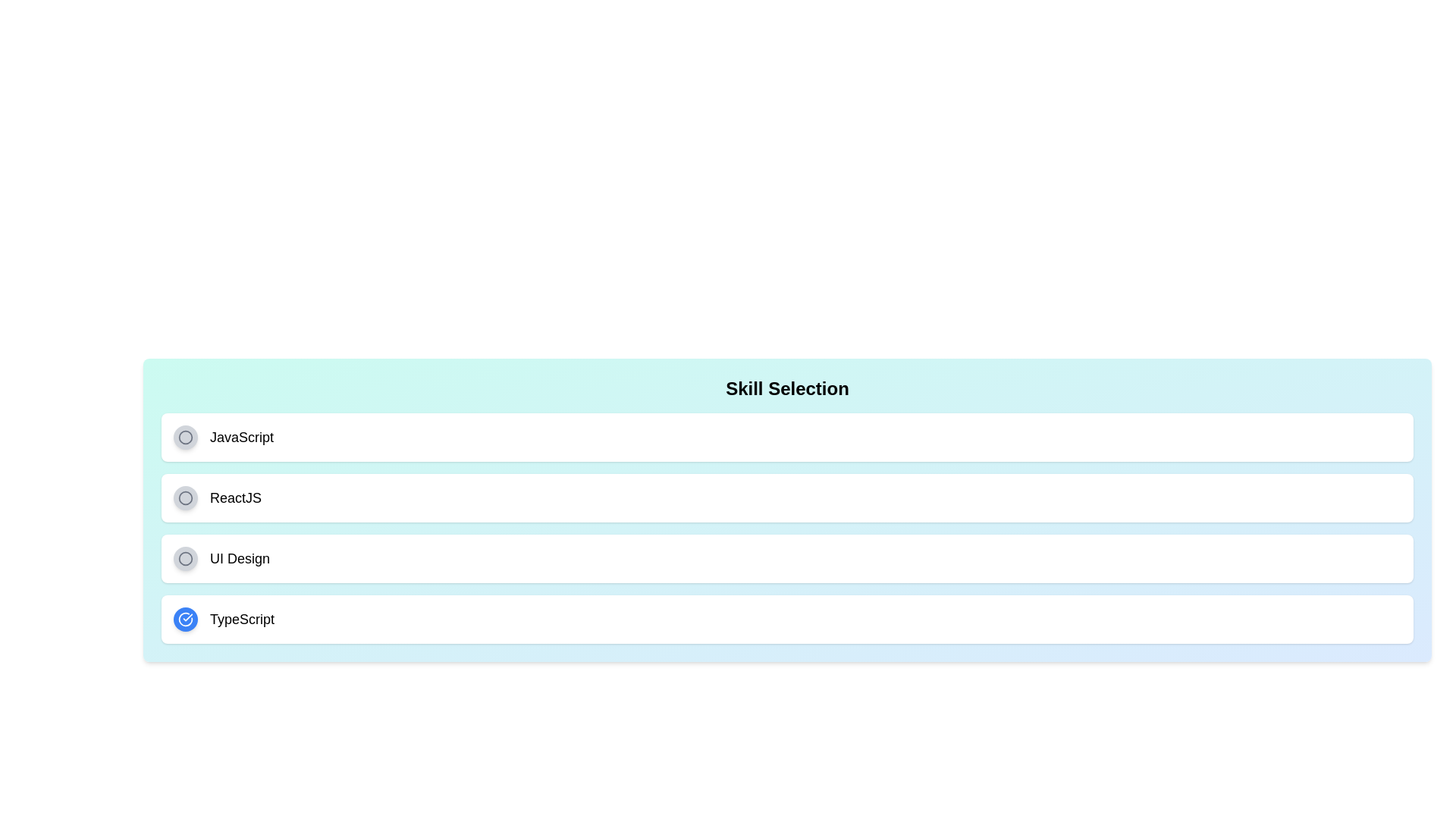 The height and width of the screenshot is (819, 1456). Describe the element at coordinates (787, 620) in the screenshot. I see `the skill item TypeScript` at that location.